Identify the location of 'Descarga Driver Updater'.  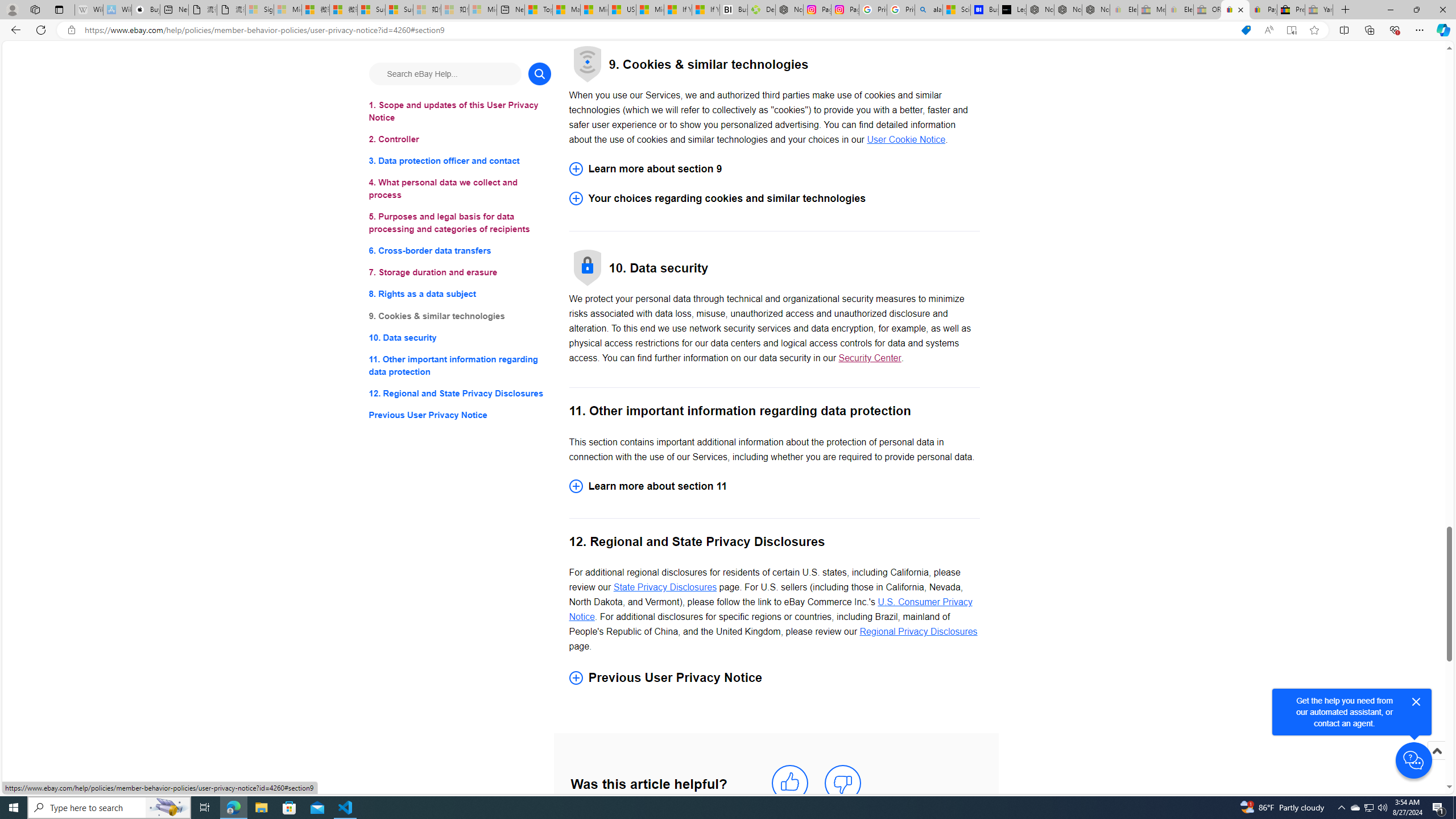
(760, 9).